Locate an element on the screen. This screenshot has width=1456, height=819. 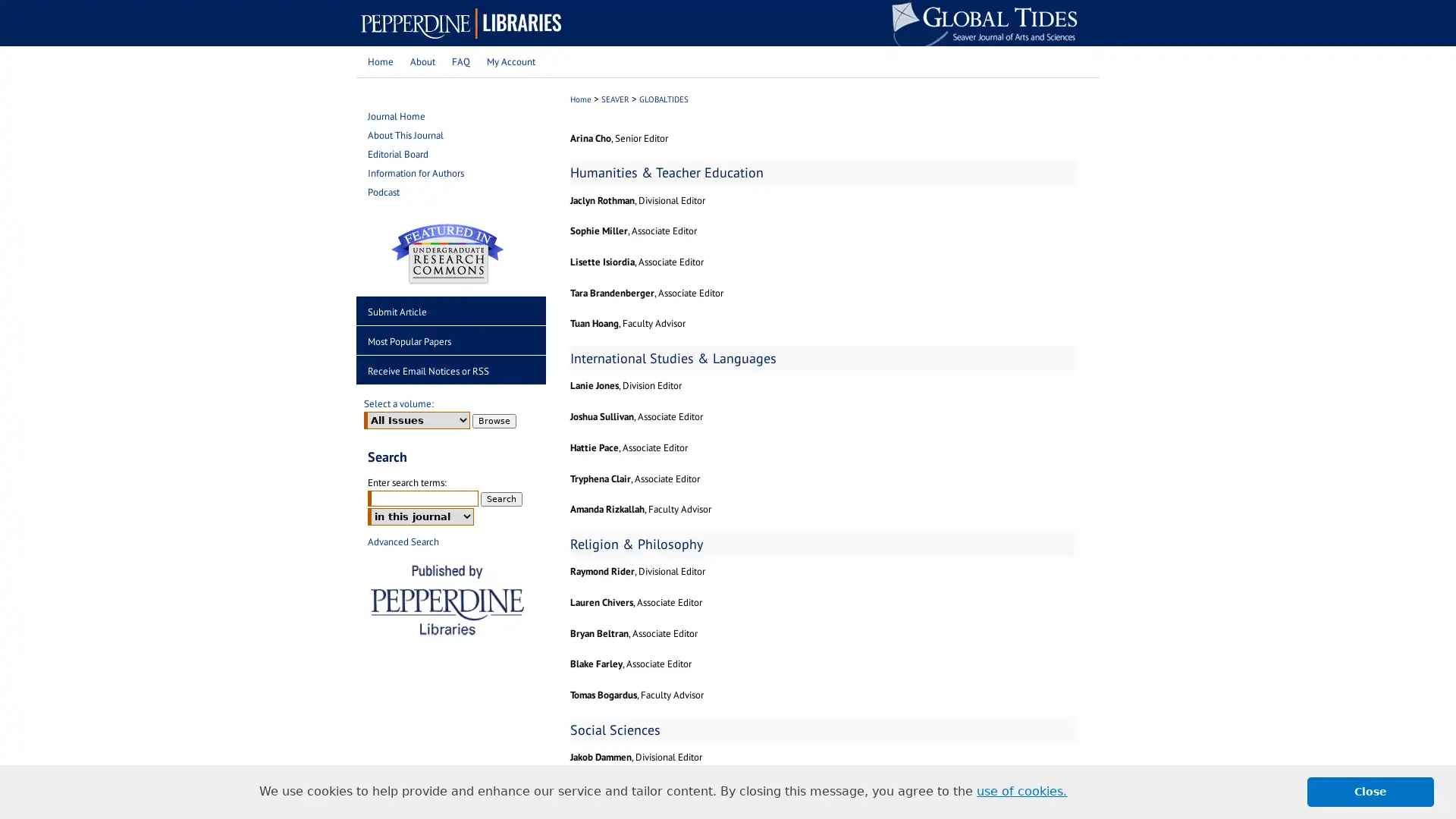
learn more about cookies is located at coordinates (1021, 791).